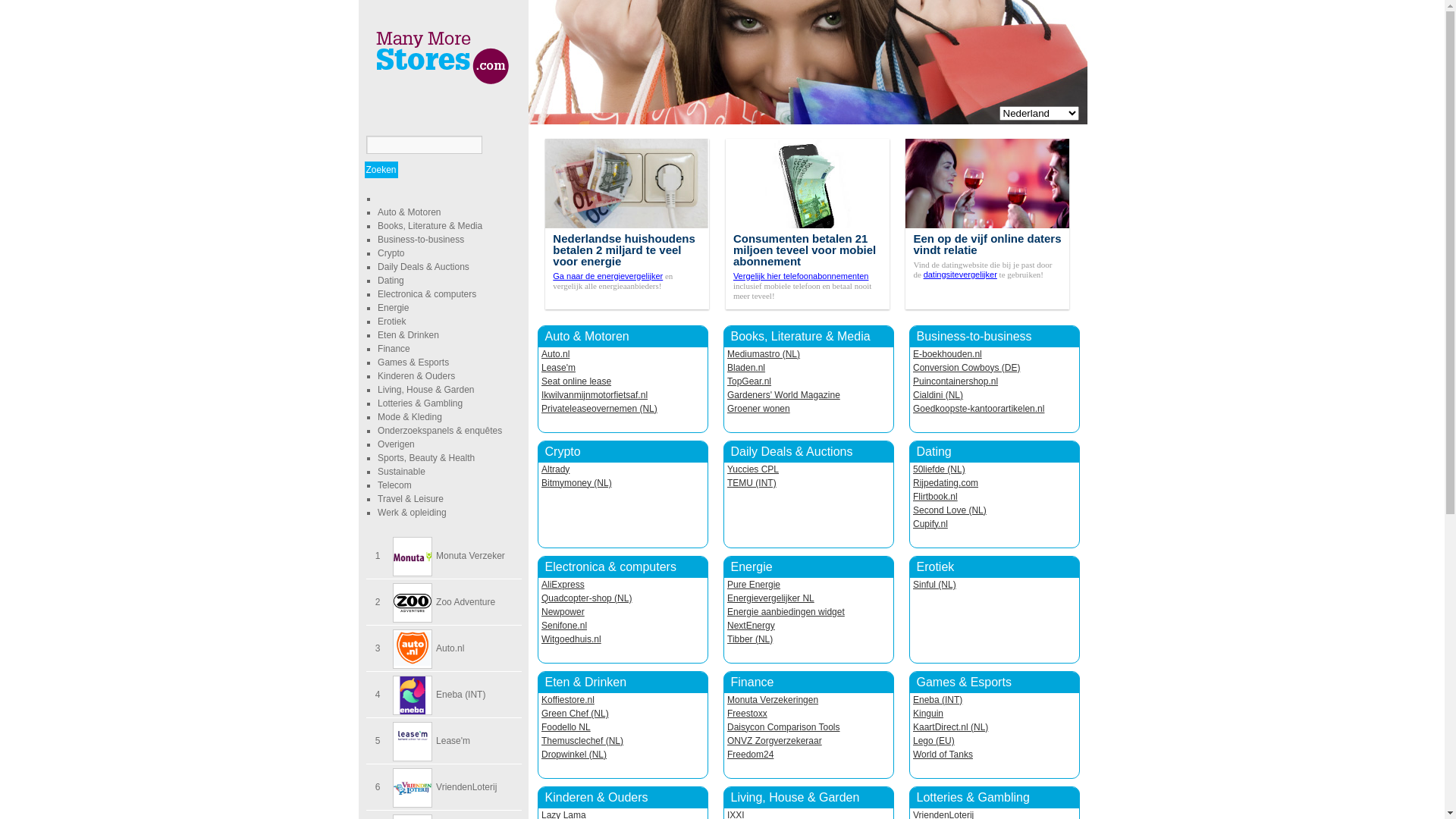 The height and width of the screenshot is (819, 1456). I want to click on 'Flirtbook.nl', so click(912, 497).